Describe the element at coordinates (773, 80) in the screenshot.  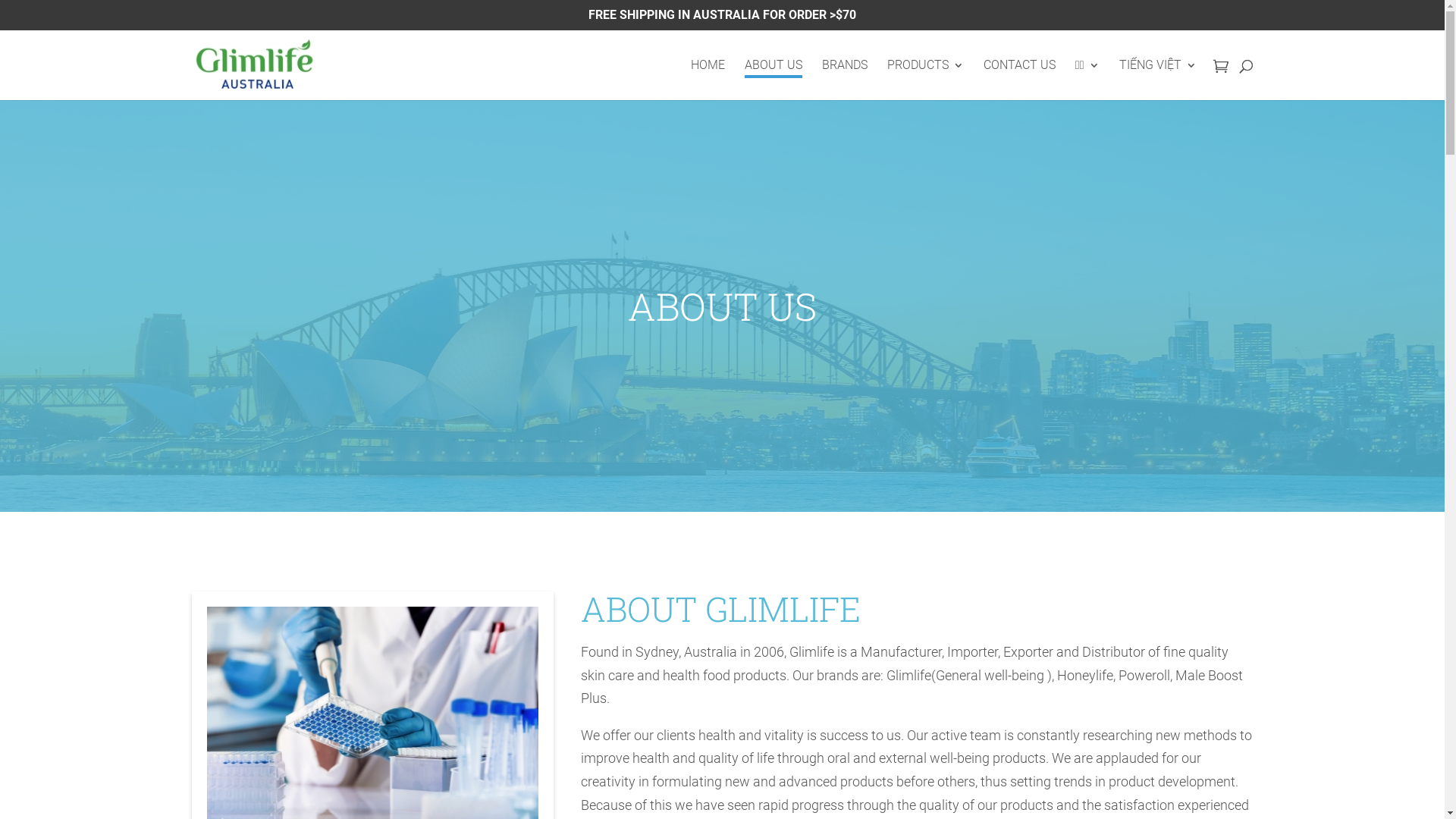
I see `'ABOUT US'` at that location.